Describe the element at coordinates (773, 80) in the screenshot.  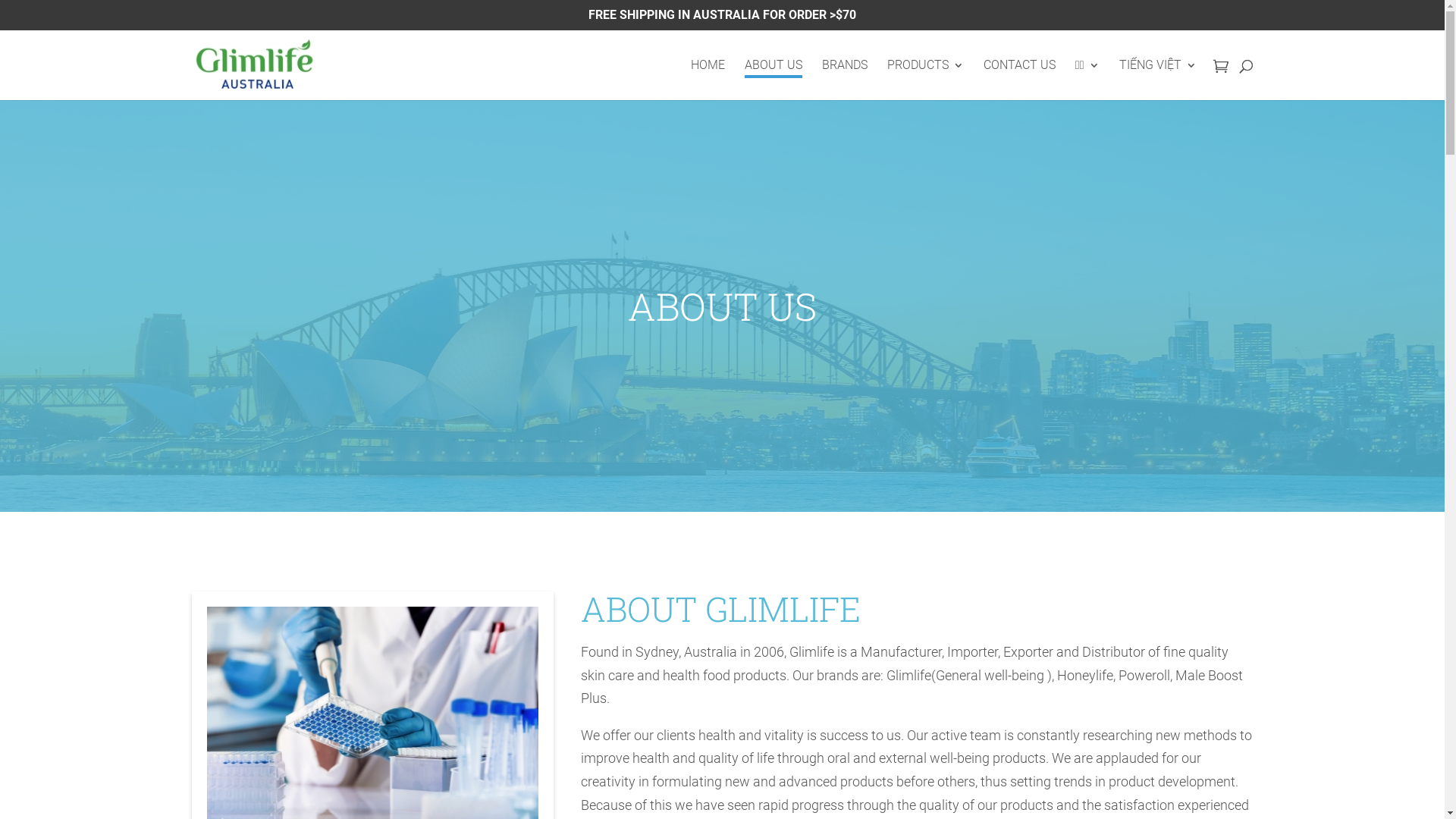
I see `'ABOUT US'` at that location.